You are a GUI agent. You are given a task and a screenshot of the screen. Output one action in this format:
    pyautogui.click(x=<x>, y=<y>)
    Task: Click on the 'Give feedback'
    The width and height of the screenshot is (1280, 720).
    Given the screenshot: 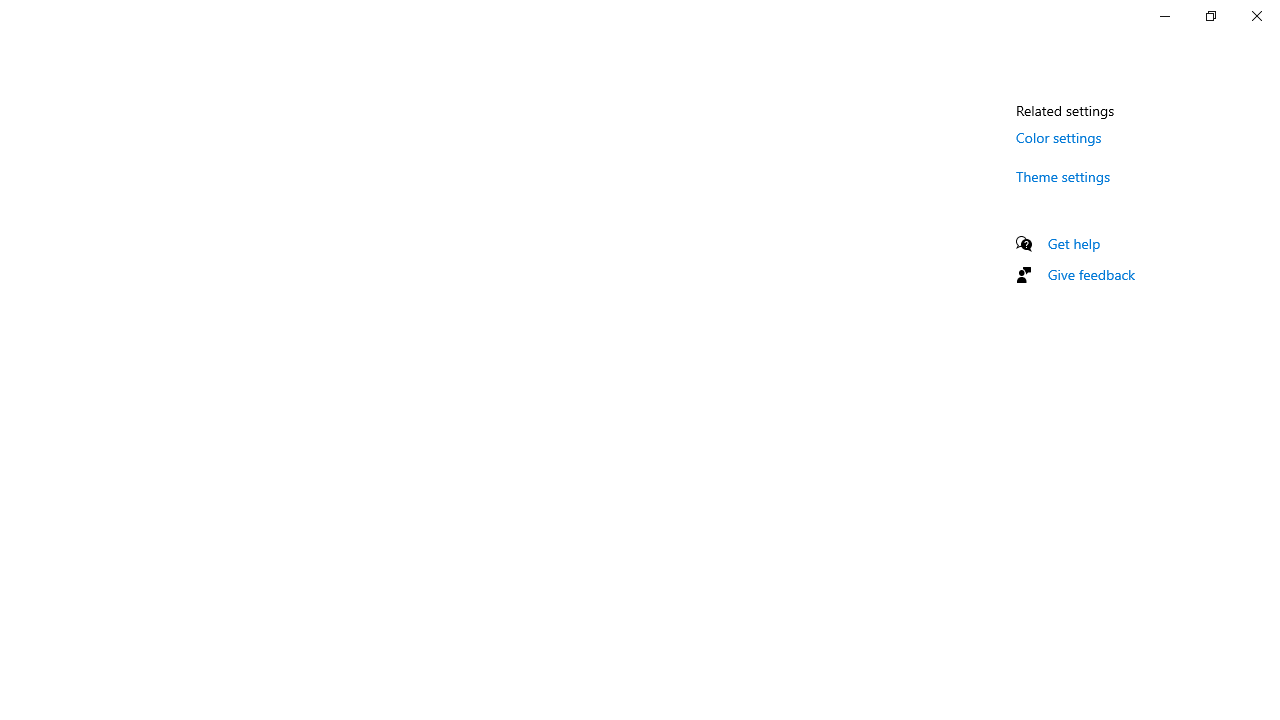 What is the action you would take?
    pyautogui.click(x=1090, y=274)
    